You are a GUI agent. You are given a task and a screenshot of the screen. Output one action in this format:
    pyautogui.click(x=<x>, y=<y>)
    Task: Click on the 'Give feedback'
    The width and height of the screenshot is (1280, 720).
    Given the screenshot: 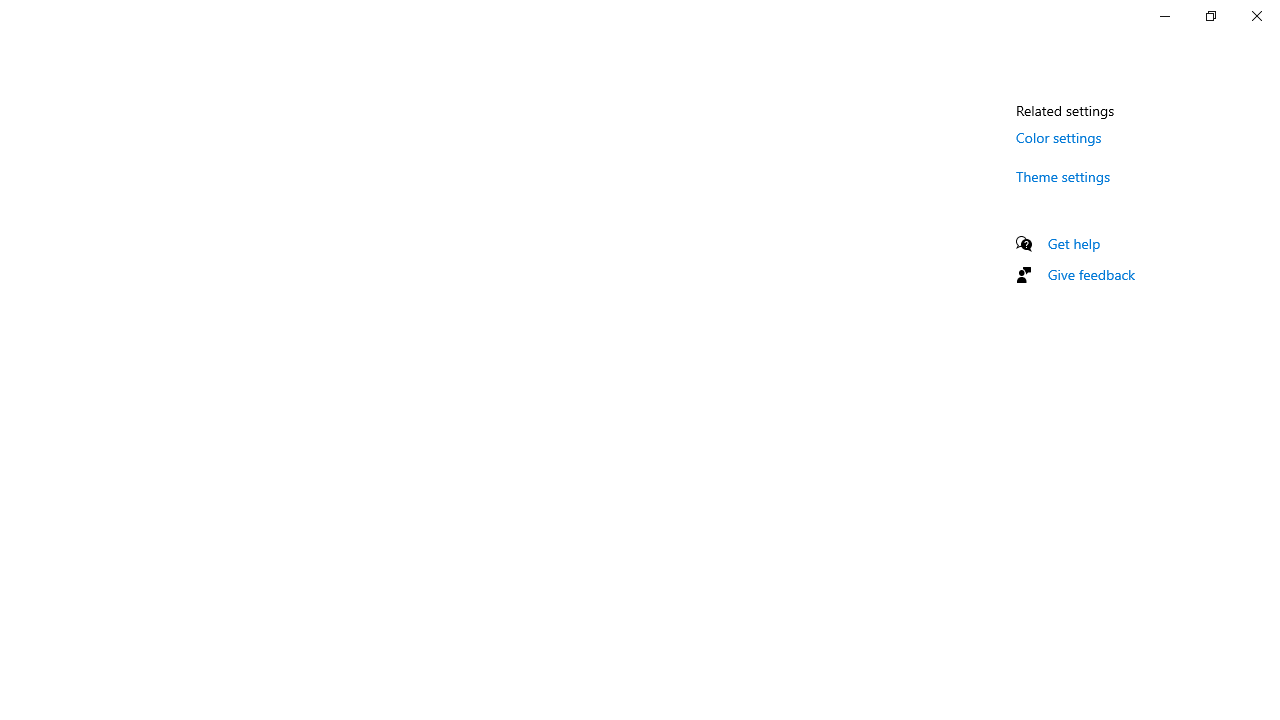 What is the action you would take?
    pyautogui.click(x=1090, y=274)
    